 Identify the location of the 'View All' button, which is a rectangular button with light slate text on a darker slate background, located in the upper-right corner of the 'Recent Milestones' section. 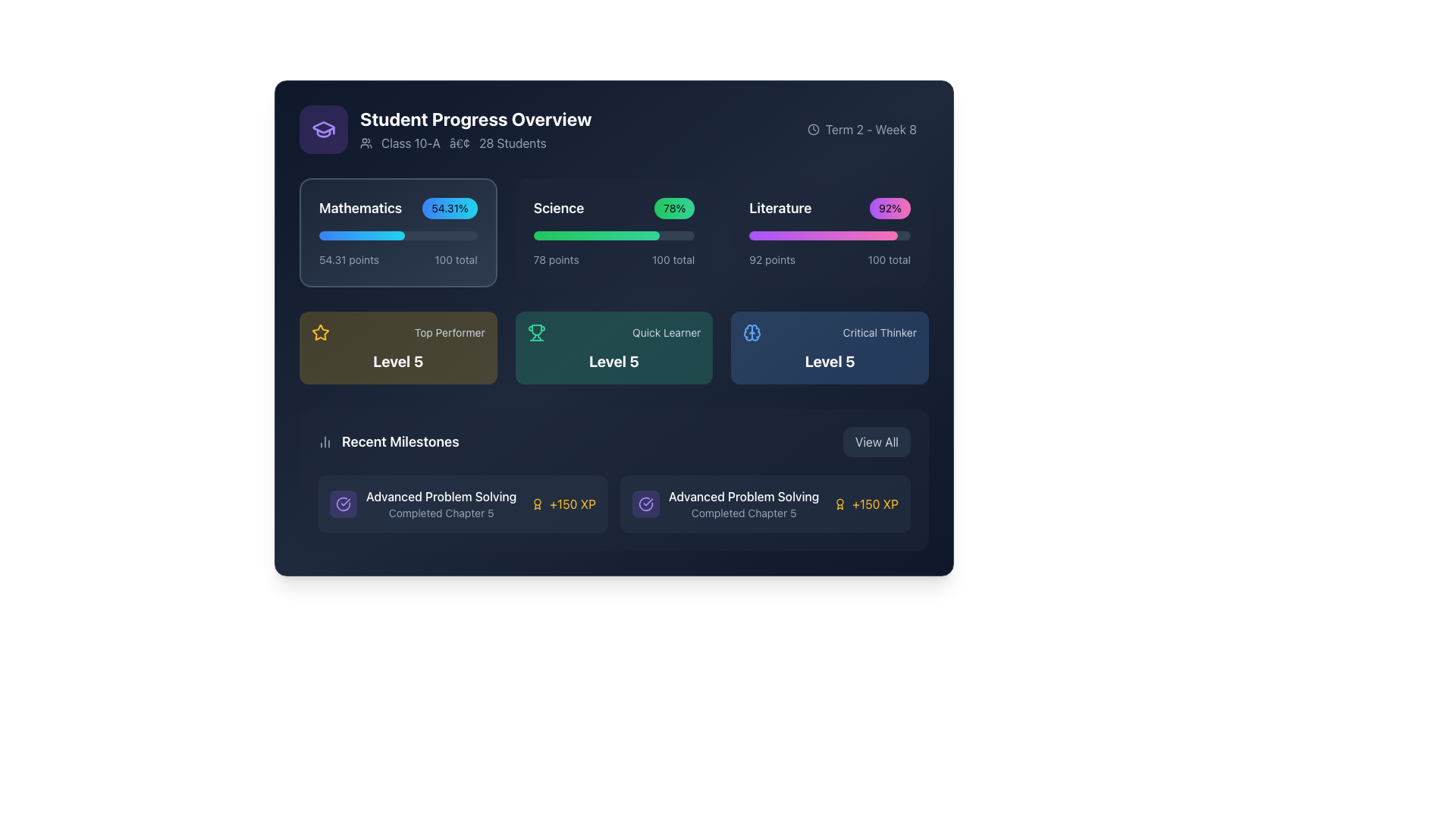
(877, 441).